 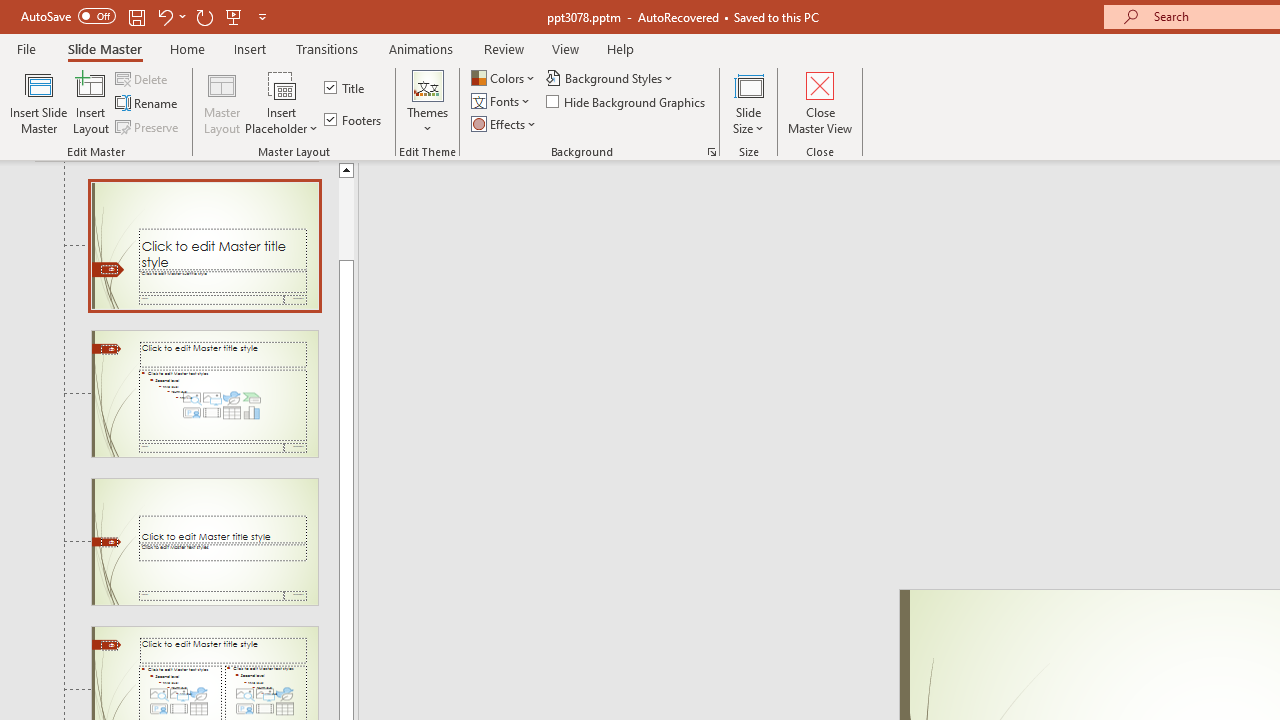 What do you see at coordinates (503, 101) in the screenshot?
I see `'Fonts'` at bounding box center [503, 101].